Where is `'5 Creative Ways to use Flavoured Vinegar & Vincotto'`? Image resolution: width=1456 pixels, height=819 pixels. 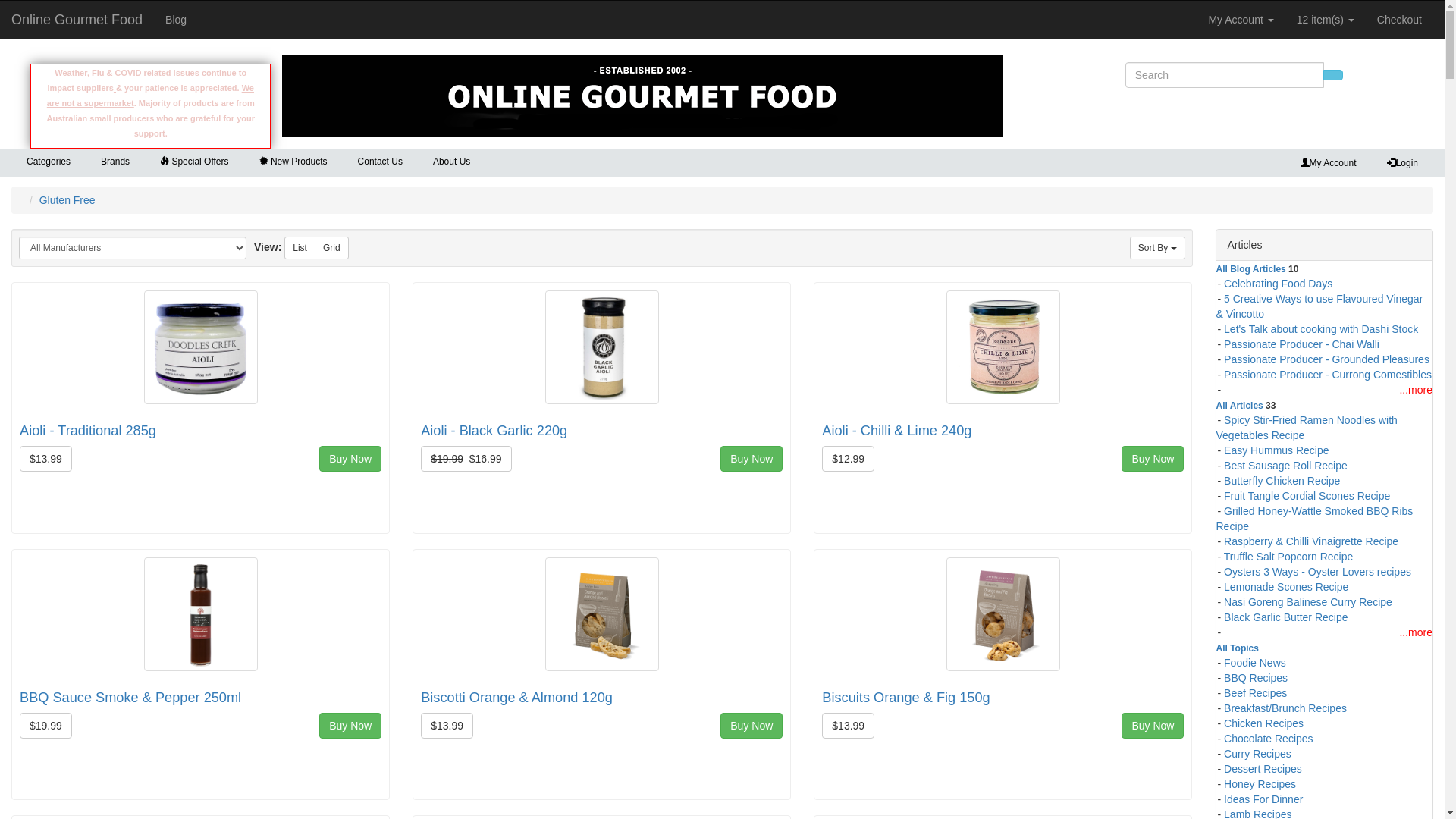 '5 Creative Ways to use Flavoured Vinegar & Vincotto' is located at coordinates (1319, 304).